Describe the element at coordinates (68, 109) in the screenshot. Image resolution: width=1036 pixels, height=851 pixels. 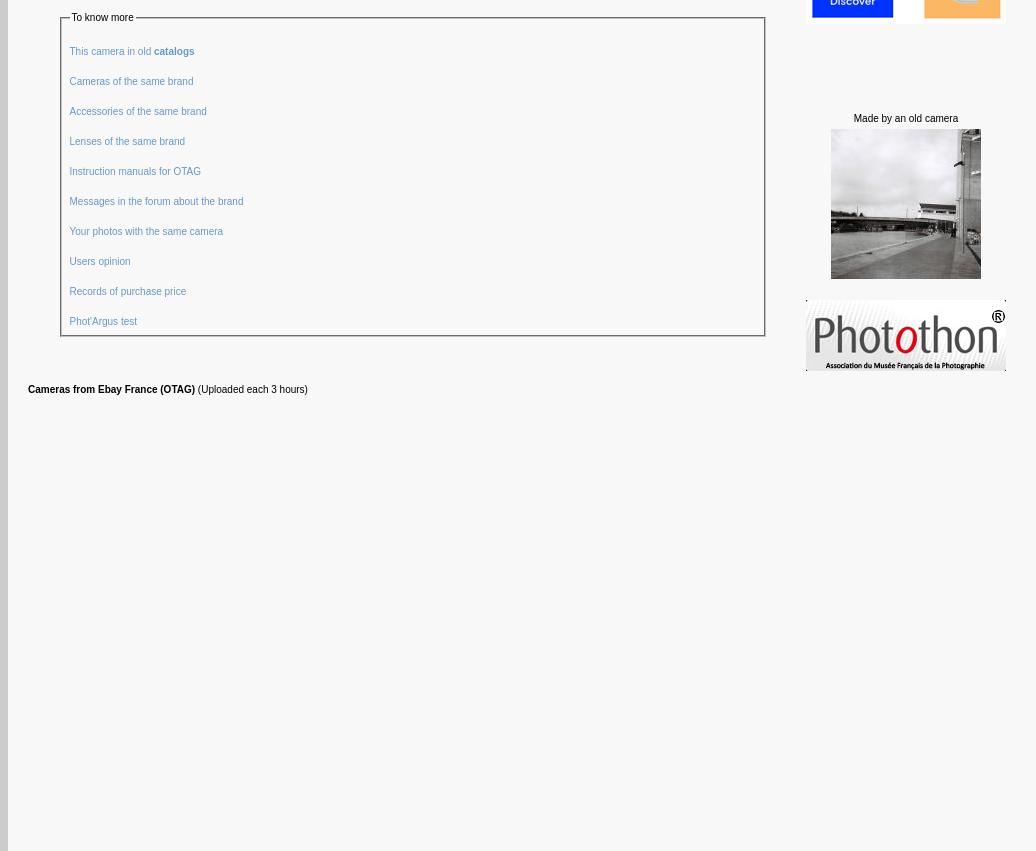
I see `'Accessories of the same brand'` at that location.